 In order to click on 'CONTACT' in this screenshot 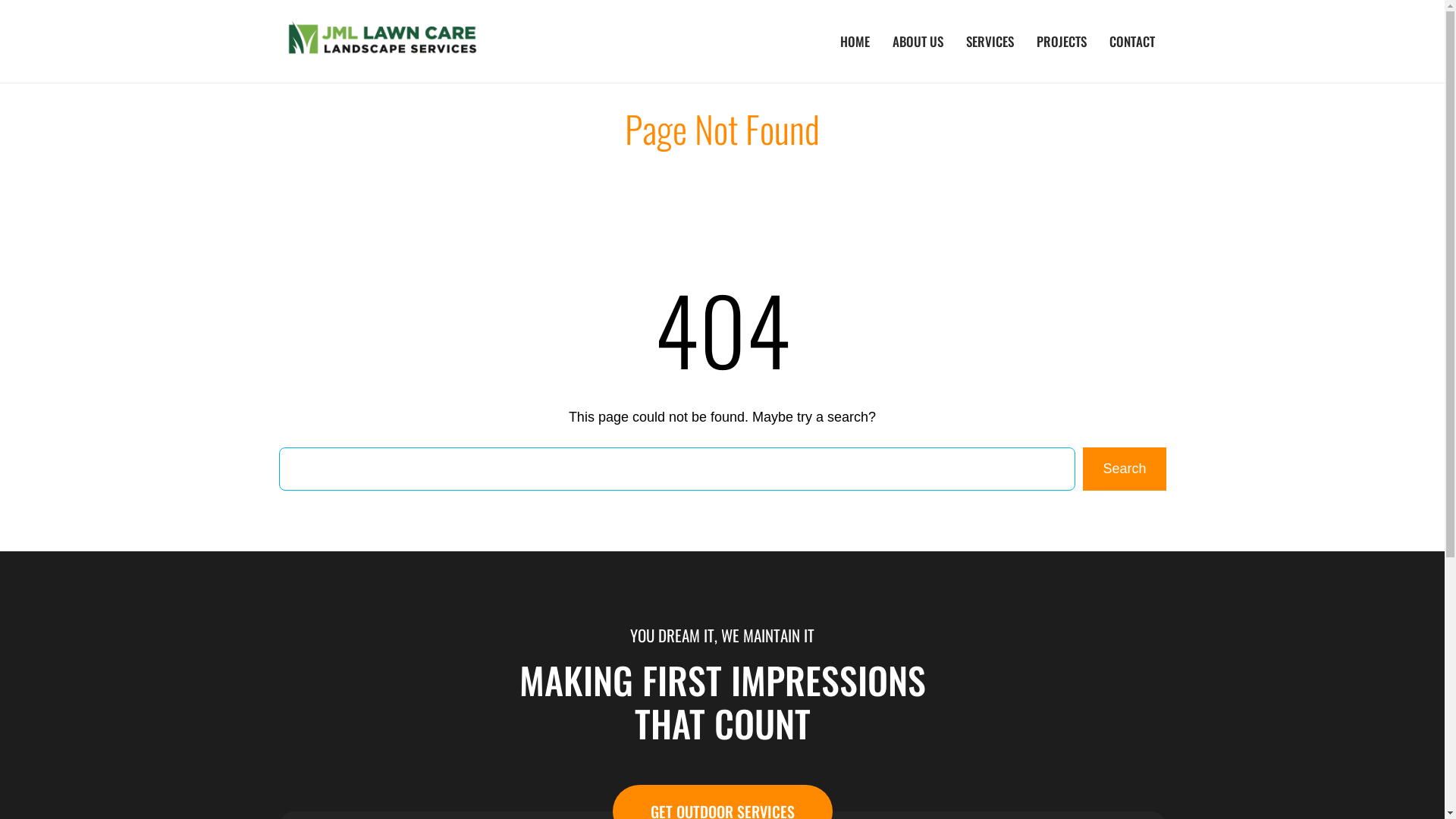, I will do `click(1131, 40)`.